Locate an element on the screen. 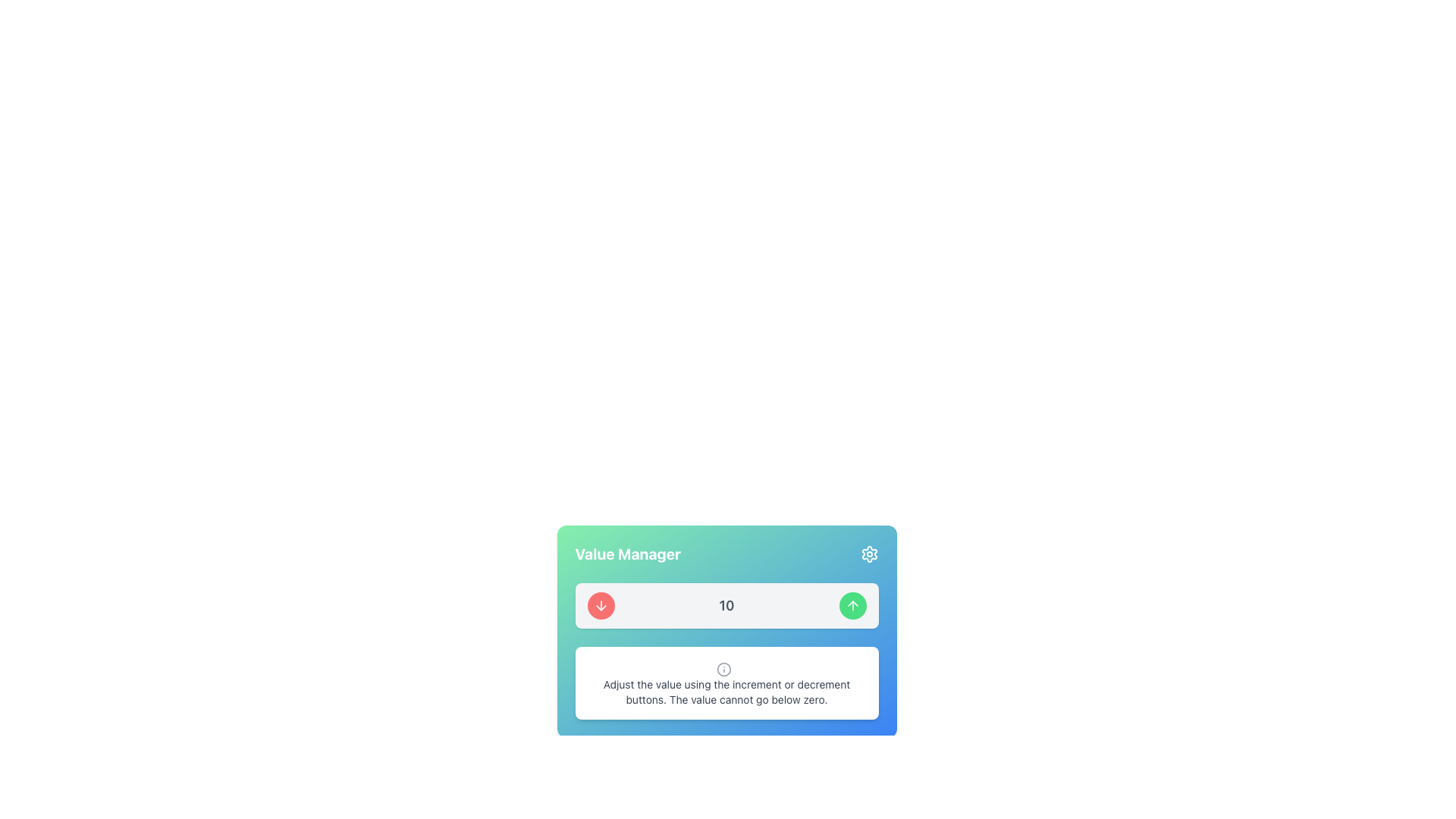 The height and width of the screenshot is (819, 1456). the settings icon located in the top-right corner of the 'Value Manager' card is located at coordinates (869, 554).